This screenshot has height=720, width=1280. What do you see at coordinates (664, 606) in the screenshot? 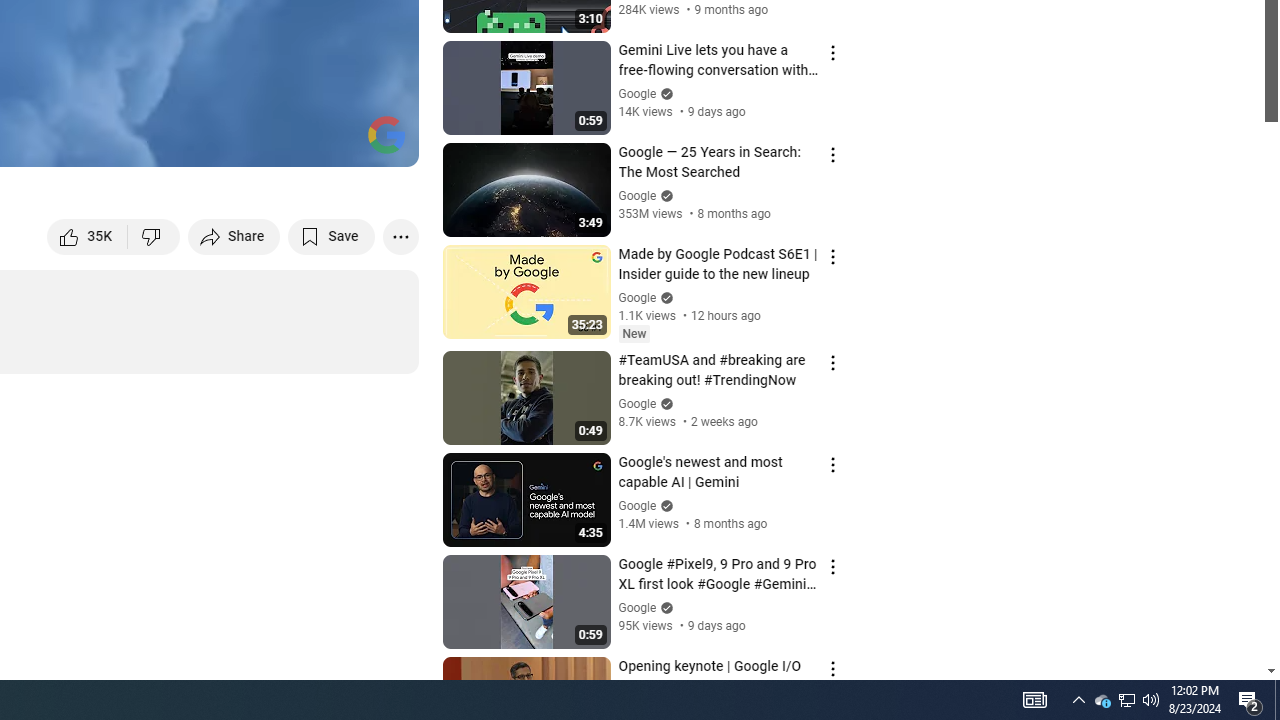
I see `'Verified'` at bounding box center [664, 606].